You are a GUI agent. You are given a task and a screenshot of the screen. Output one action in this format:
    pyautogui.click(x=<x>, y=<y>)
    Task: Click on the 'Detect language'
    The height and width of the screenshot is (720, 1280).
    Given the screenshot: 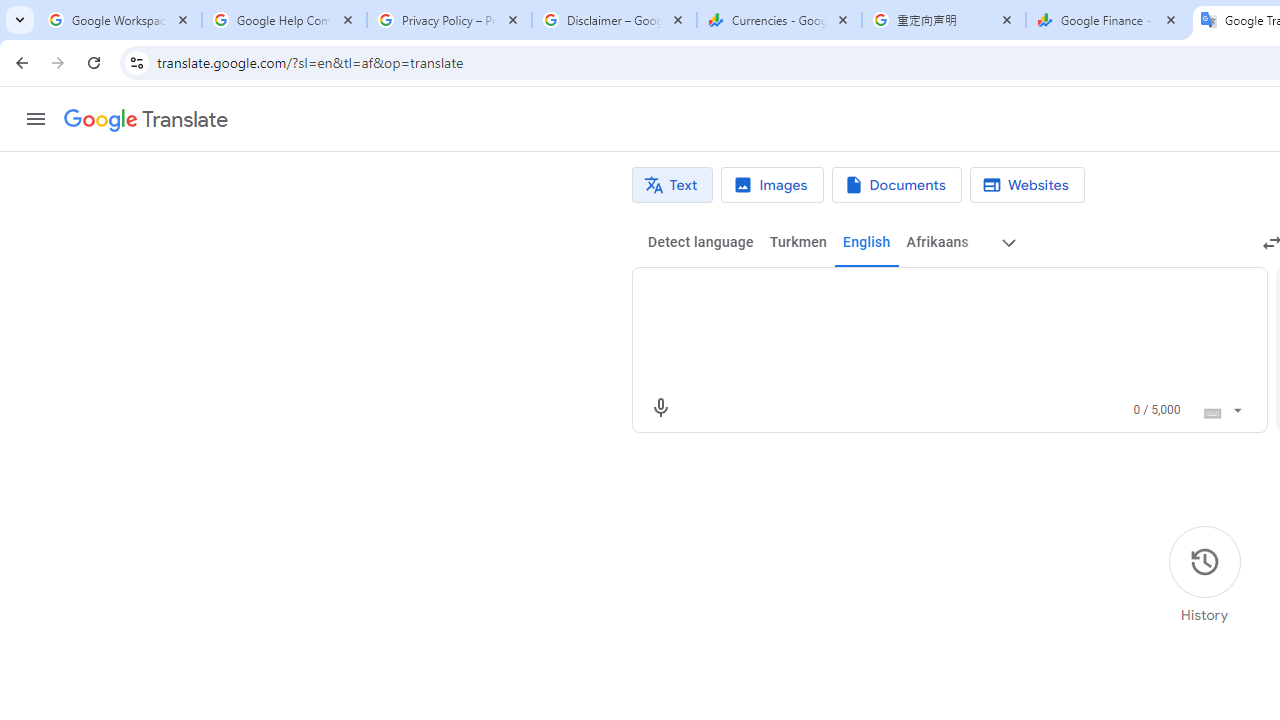 What is the action you would take?
    pyautogui.click(x=700, y=242)
    